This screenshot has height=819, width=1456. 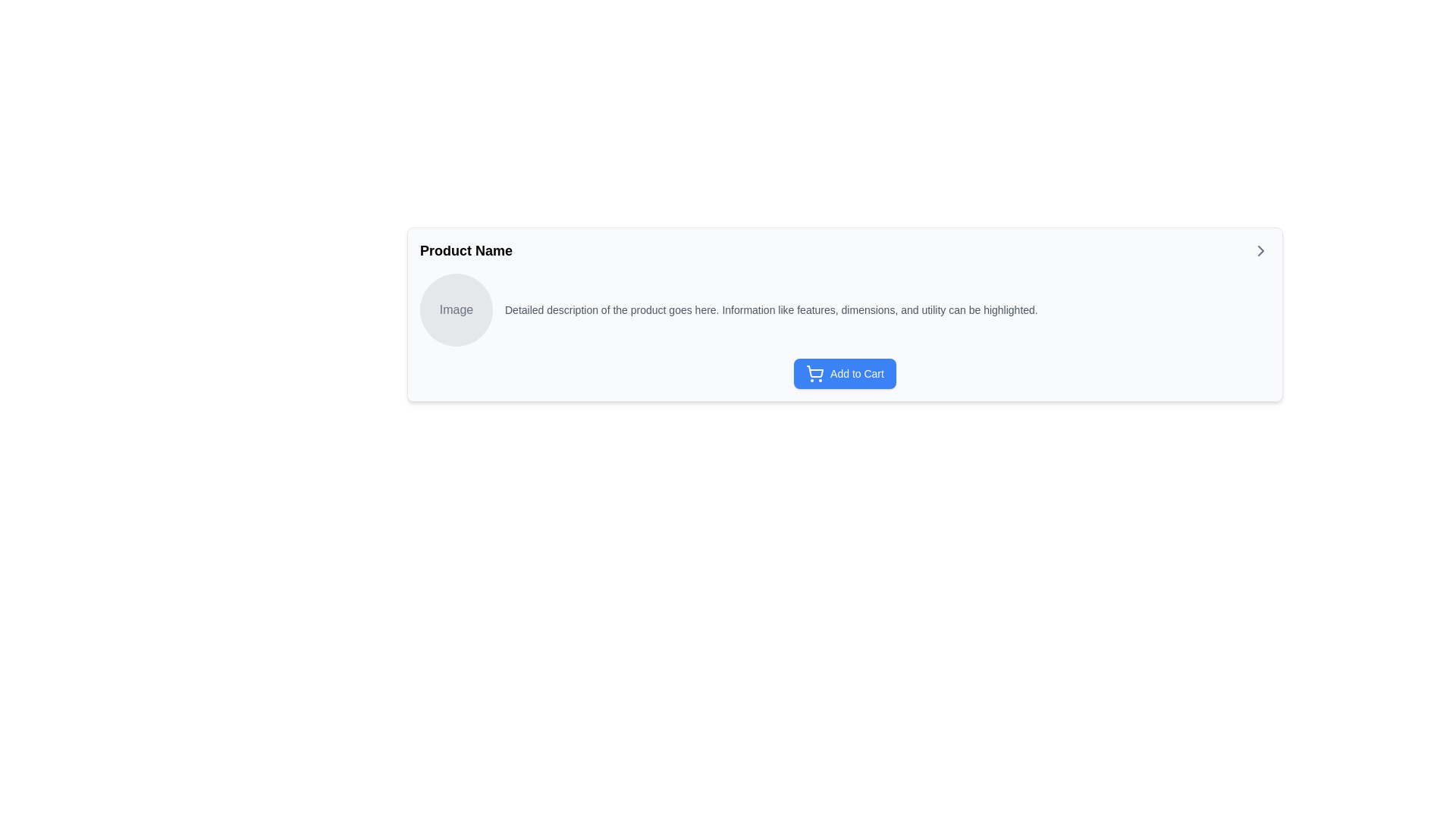 What do you see at coordinates (844, 374) in the screenshot?
I see `the button located at the bottom-right corner of the product details card` at bounding box center [844, 374].